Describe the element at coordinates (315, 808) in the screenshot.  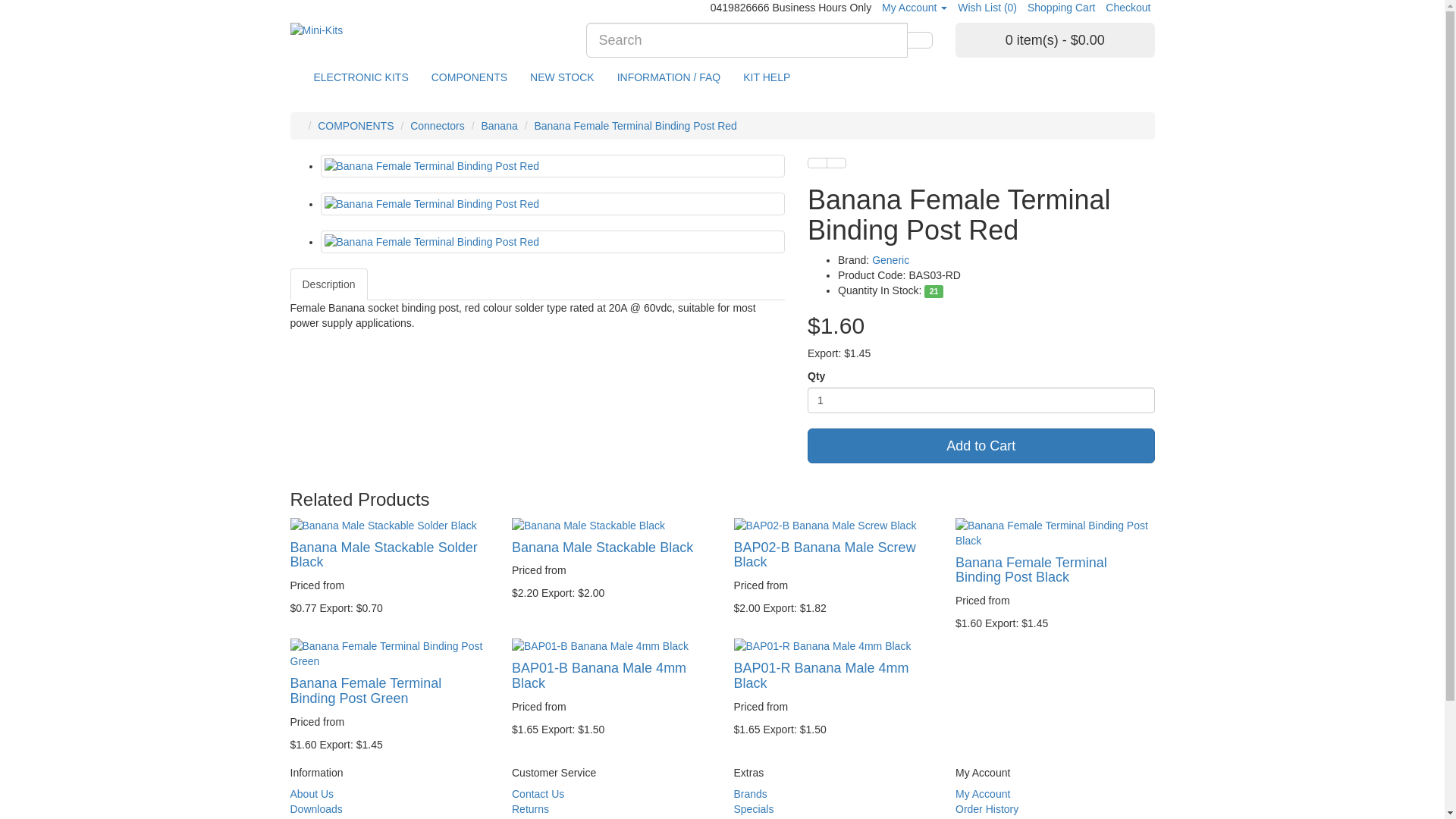
I see `'Downloads'` at that location.